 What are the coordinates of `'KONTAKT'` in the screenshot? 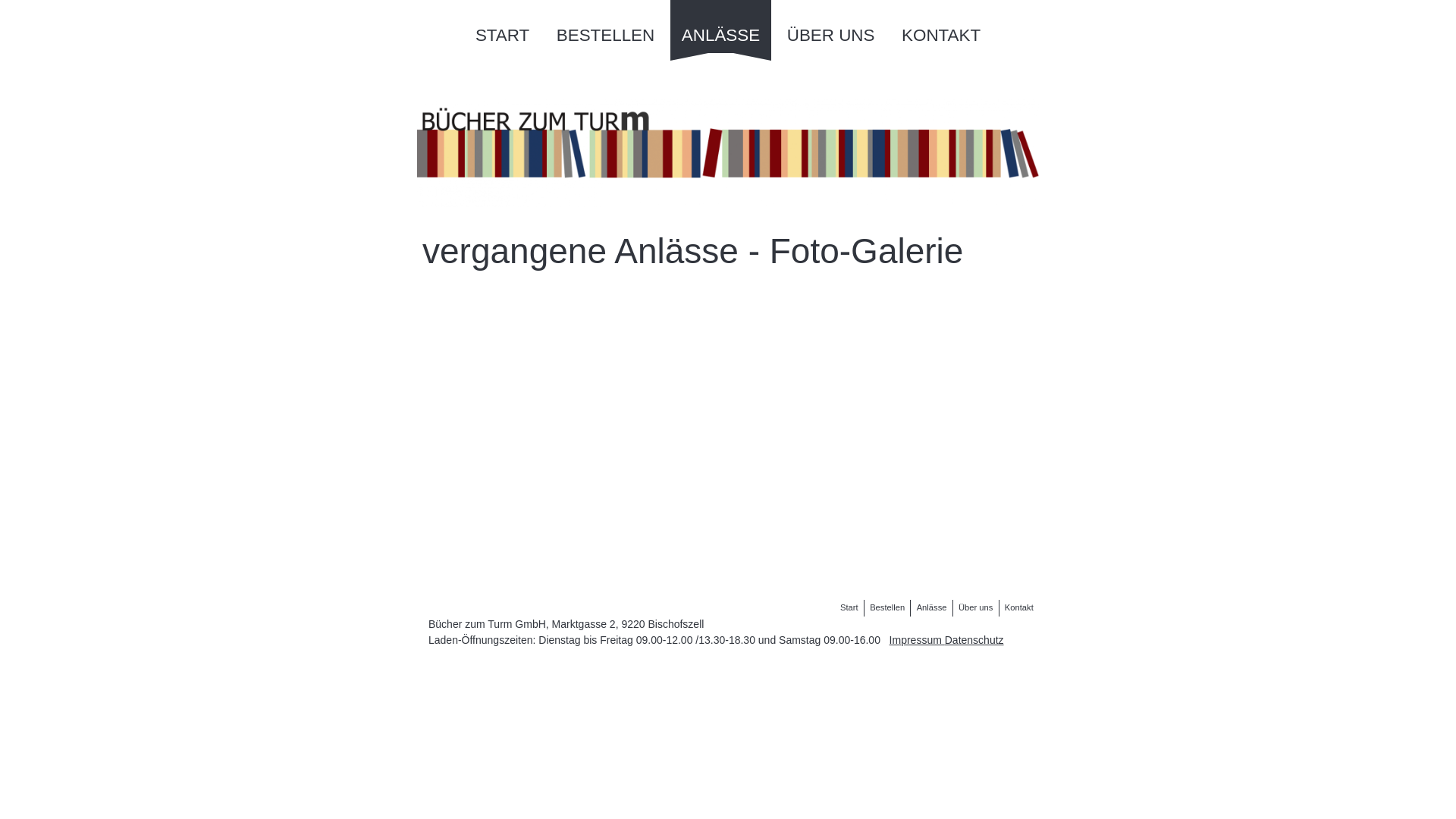 It's located at (940, 26).